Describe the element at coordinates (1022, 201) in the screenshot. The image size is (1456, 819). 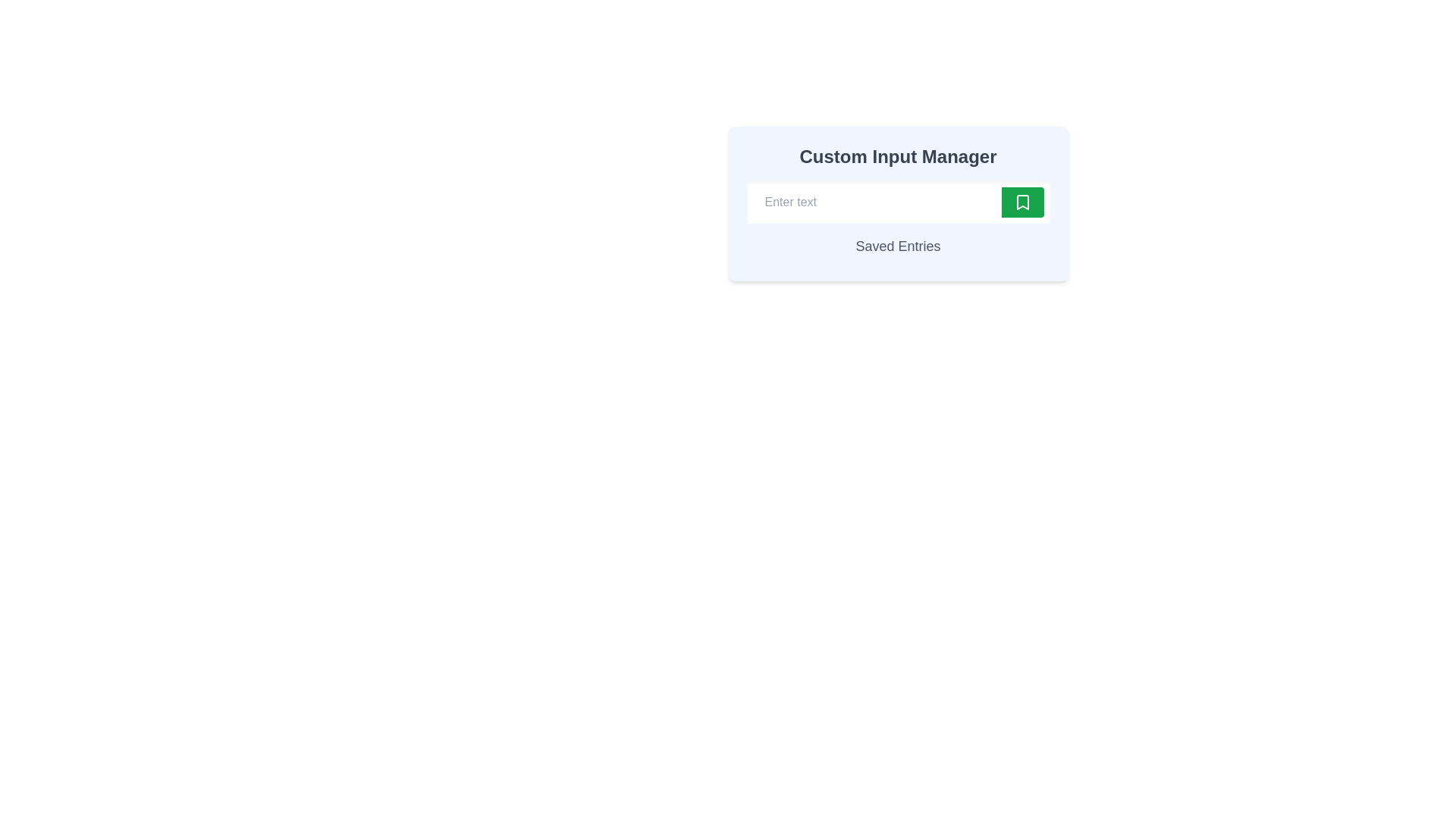
I see `the bookmark or save icon, which is centered within a green rectangular button adjacent to the 'Enter text' input field in the 'Custom Input Manager' panel` at that location.